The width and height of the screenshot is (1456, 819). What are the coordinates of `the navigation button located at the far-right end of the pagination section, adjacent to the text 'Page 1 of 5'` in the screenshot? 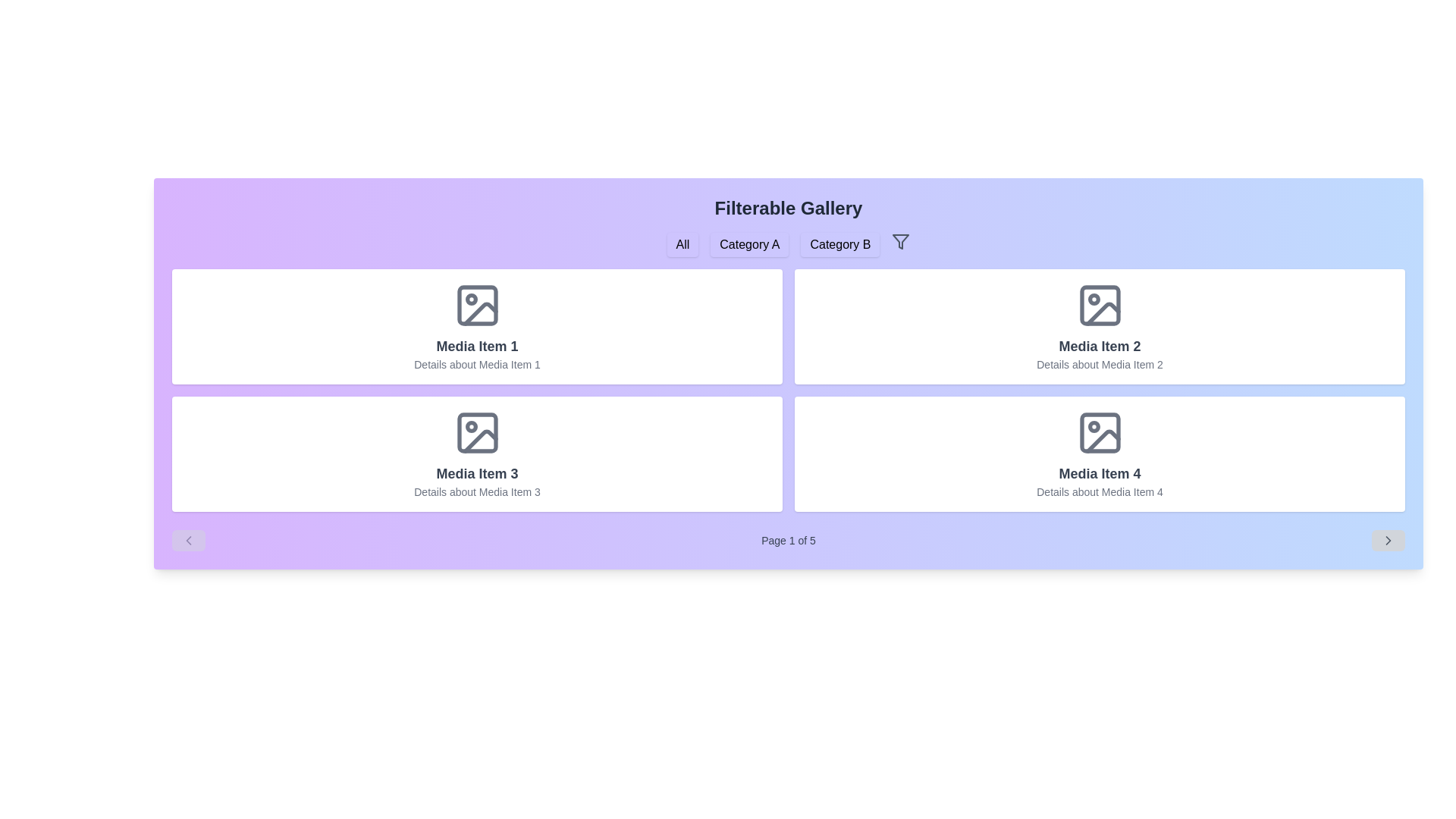 It's located at (1388, 540).